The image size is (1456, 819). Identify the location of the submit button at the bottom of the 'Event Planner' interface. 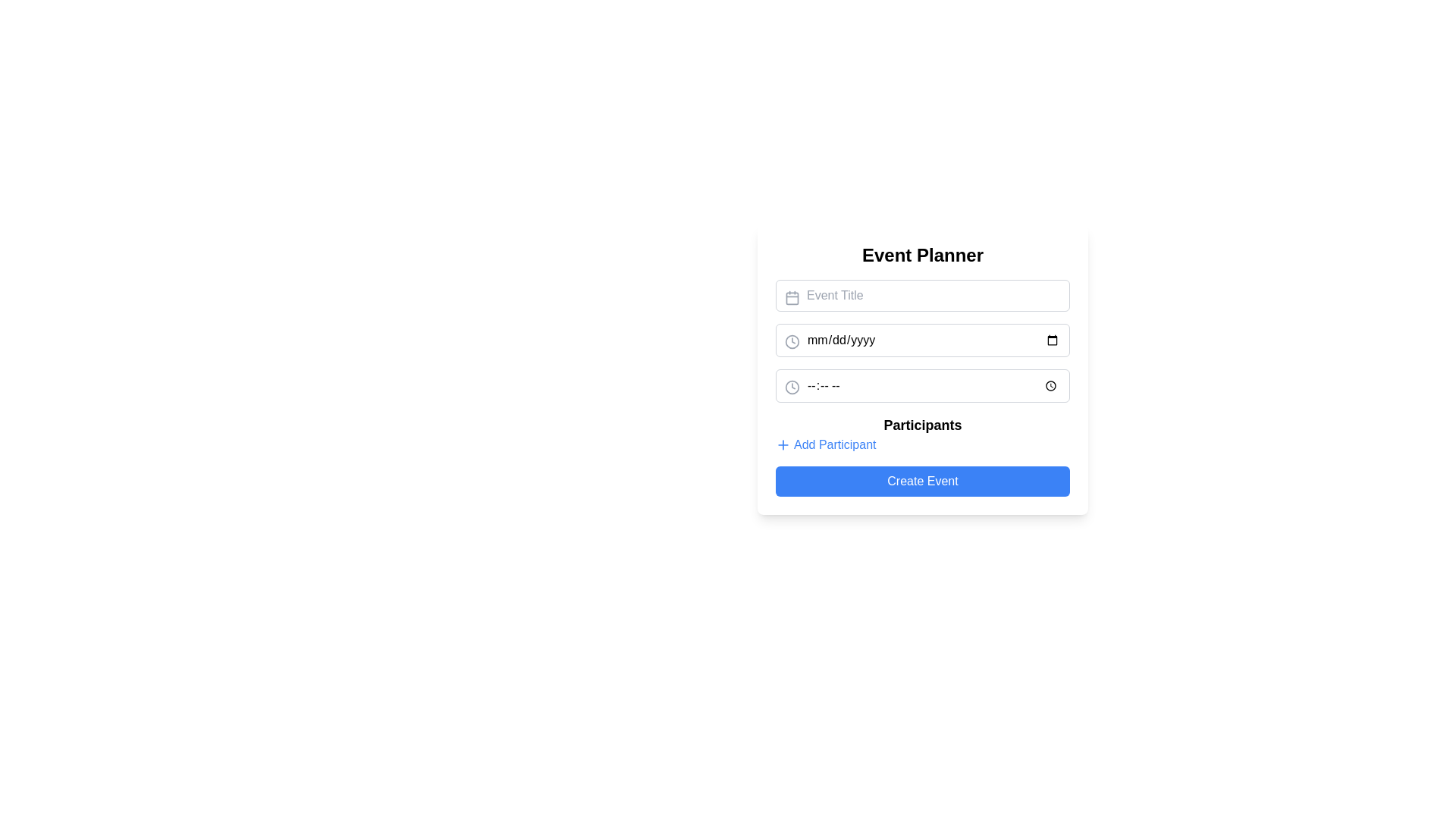
(922, 482).